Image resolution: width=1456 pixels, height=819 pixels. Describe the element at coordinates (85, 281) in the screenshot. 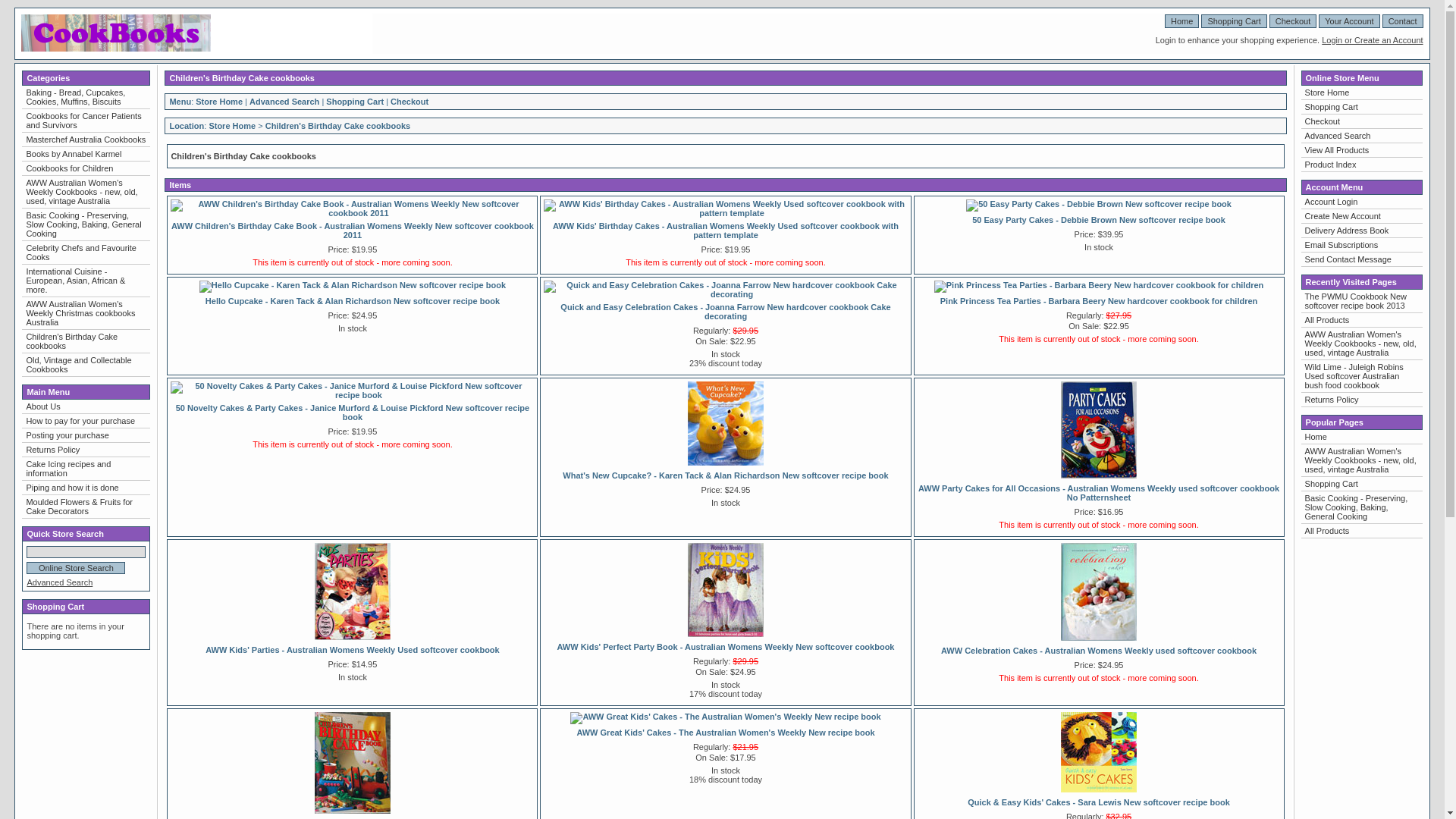

I see `'International Cuisine - European, Asian, African & more.'` at that location.